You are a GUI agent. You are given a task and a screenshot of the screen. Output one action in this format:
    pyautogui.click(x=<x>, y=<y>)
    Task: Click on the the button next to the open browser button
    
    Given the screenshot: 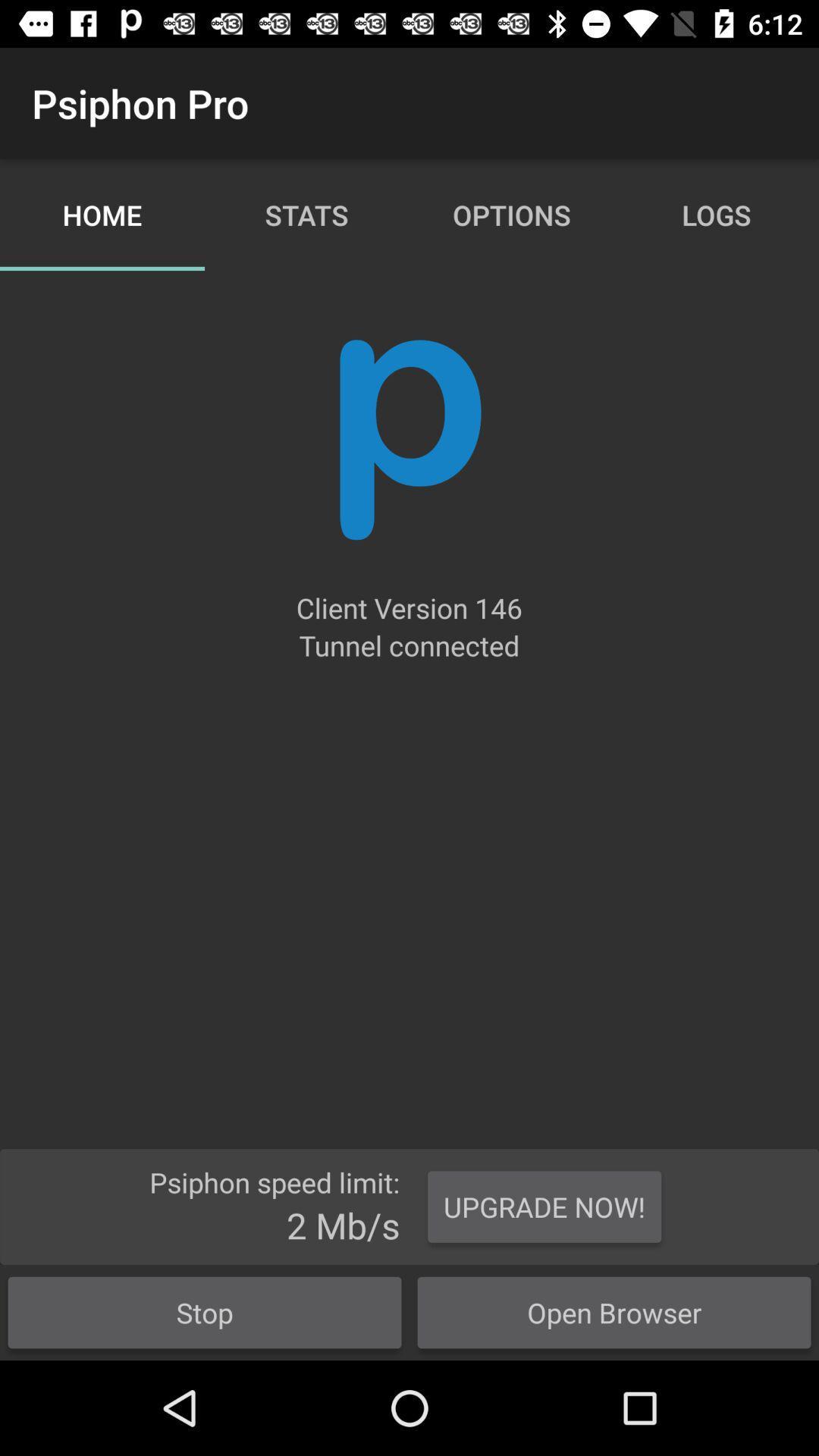 What is the action you would take?
    pyautogui.click(x=205, y=1312)
    